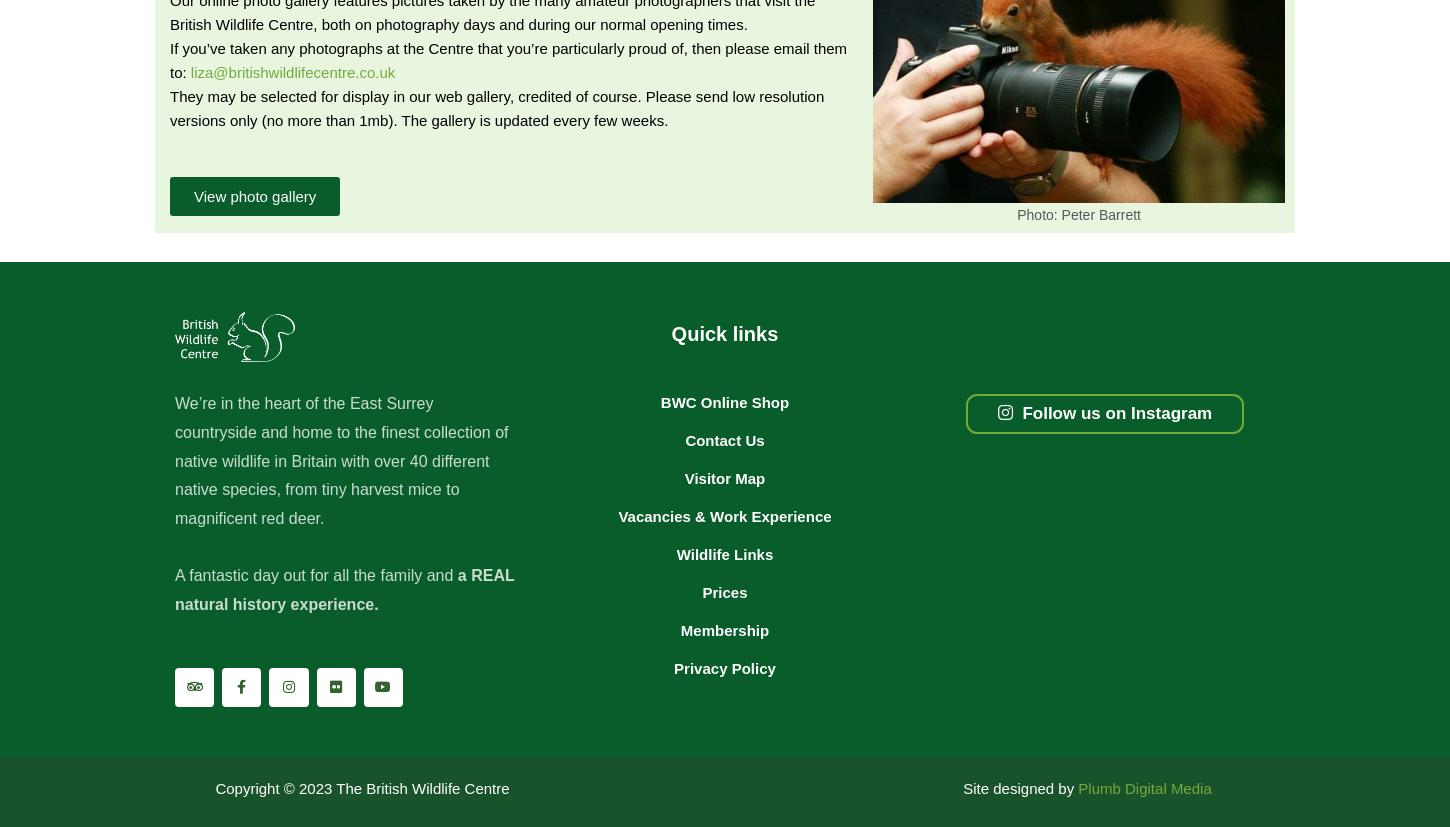 Image resolution: width=1450 pixels, height=827 pixels. I want to click on 'Prices', so click(723, 591).